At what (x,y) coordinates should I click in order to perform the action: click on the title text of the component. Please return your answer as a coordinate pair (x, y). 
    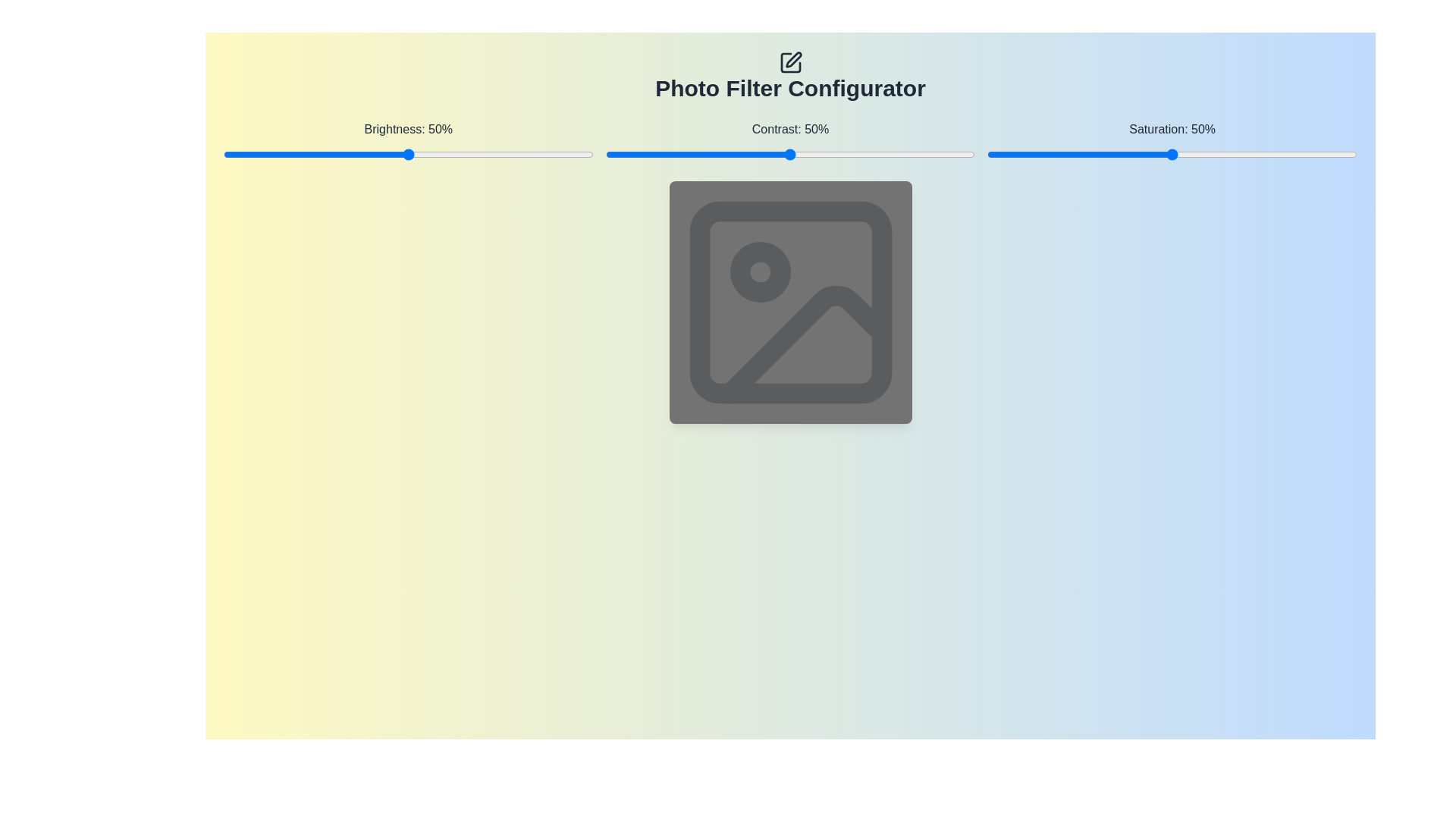
    Looking at the image, I should click on (789, 76).